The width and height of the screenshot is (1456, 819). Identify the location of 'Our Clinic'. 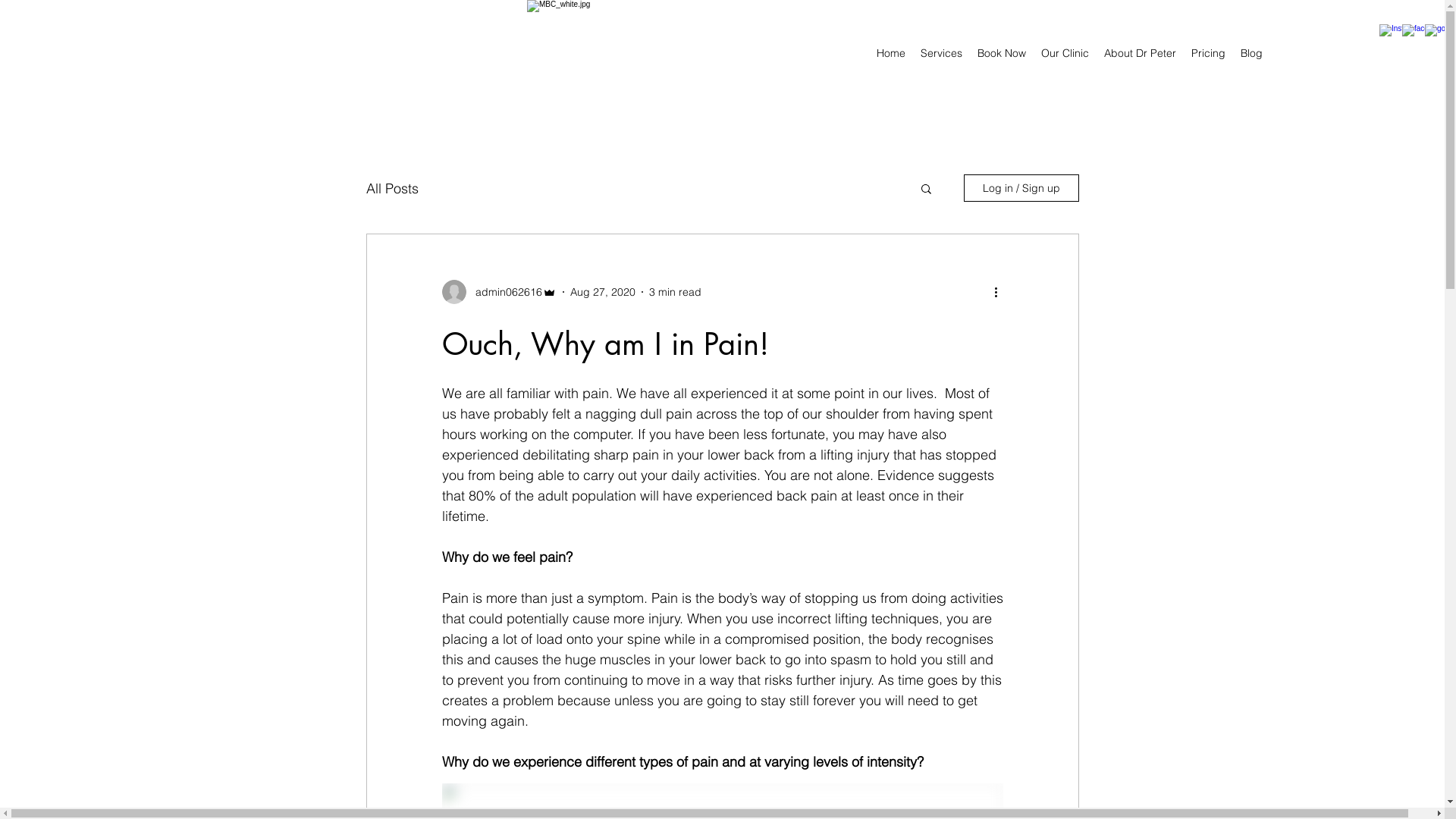
(1064, 52).